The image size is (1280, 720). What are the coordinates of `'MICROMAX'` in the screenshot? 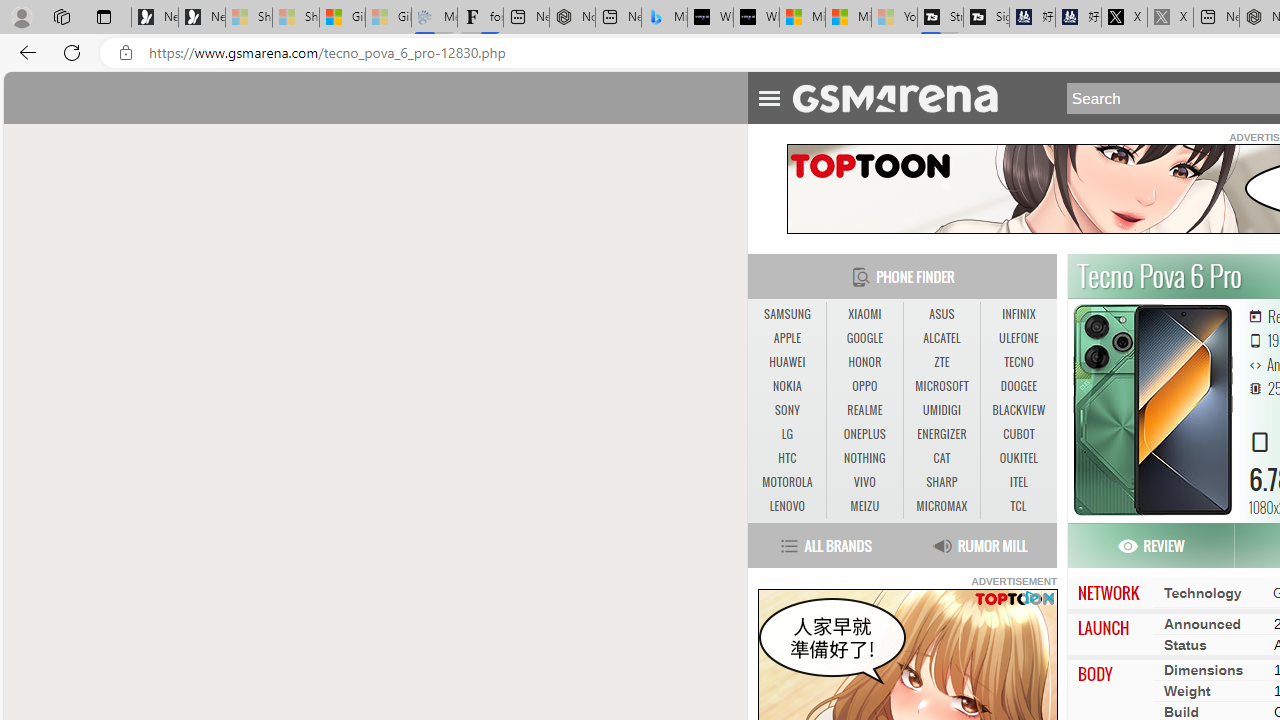 It's located at (940, 505).